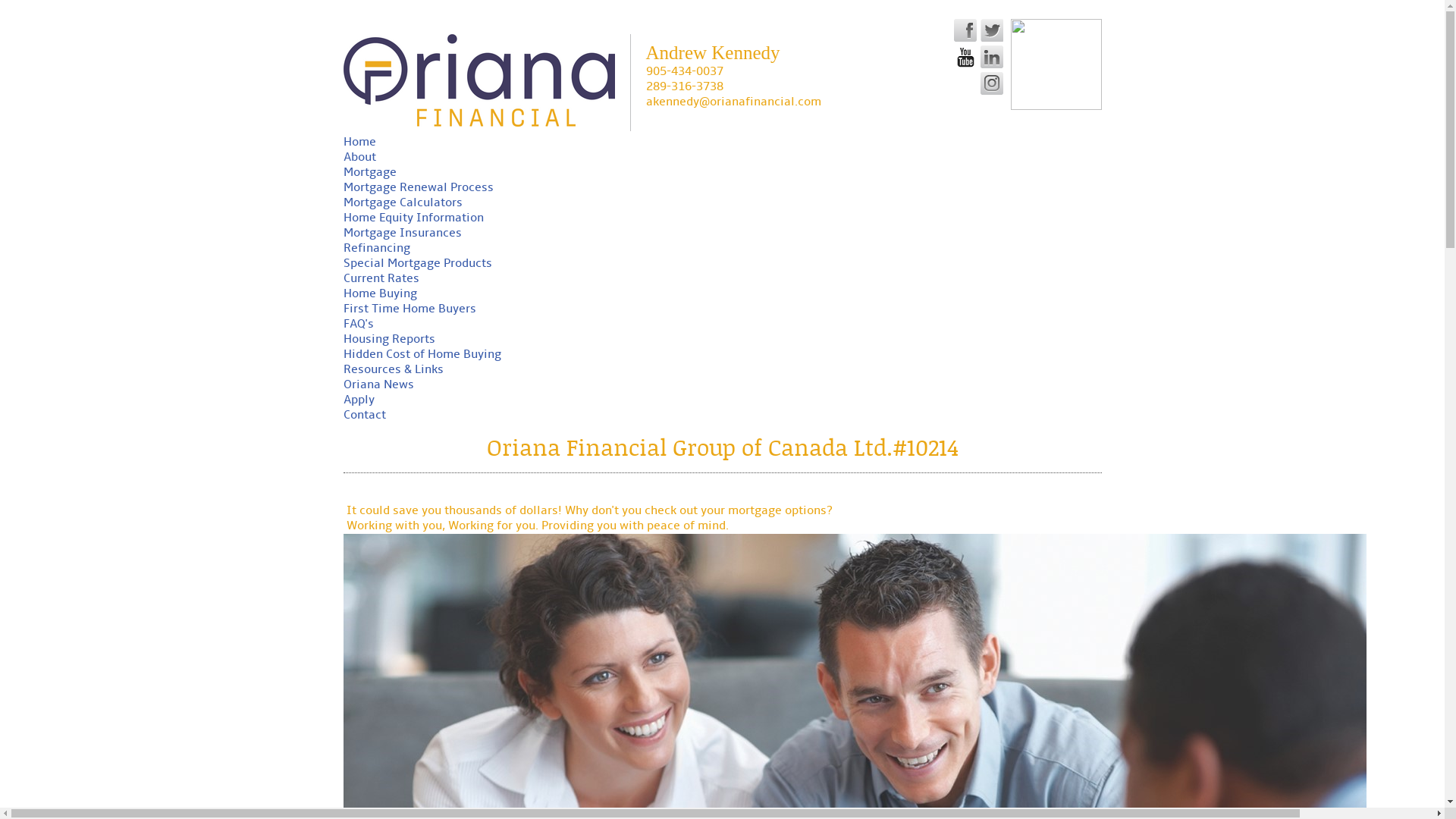 The image size is (1456, 819). Describe the element at coordinates (358, 143) in the screenshot. I see `'Home'` at that location.